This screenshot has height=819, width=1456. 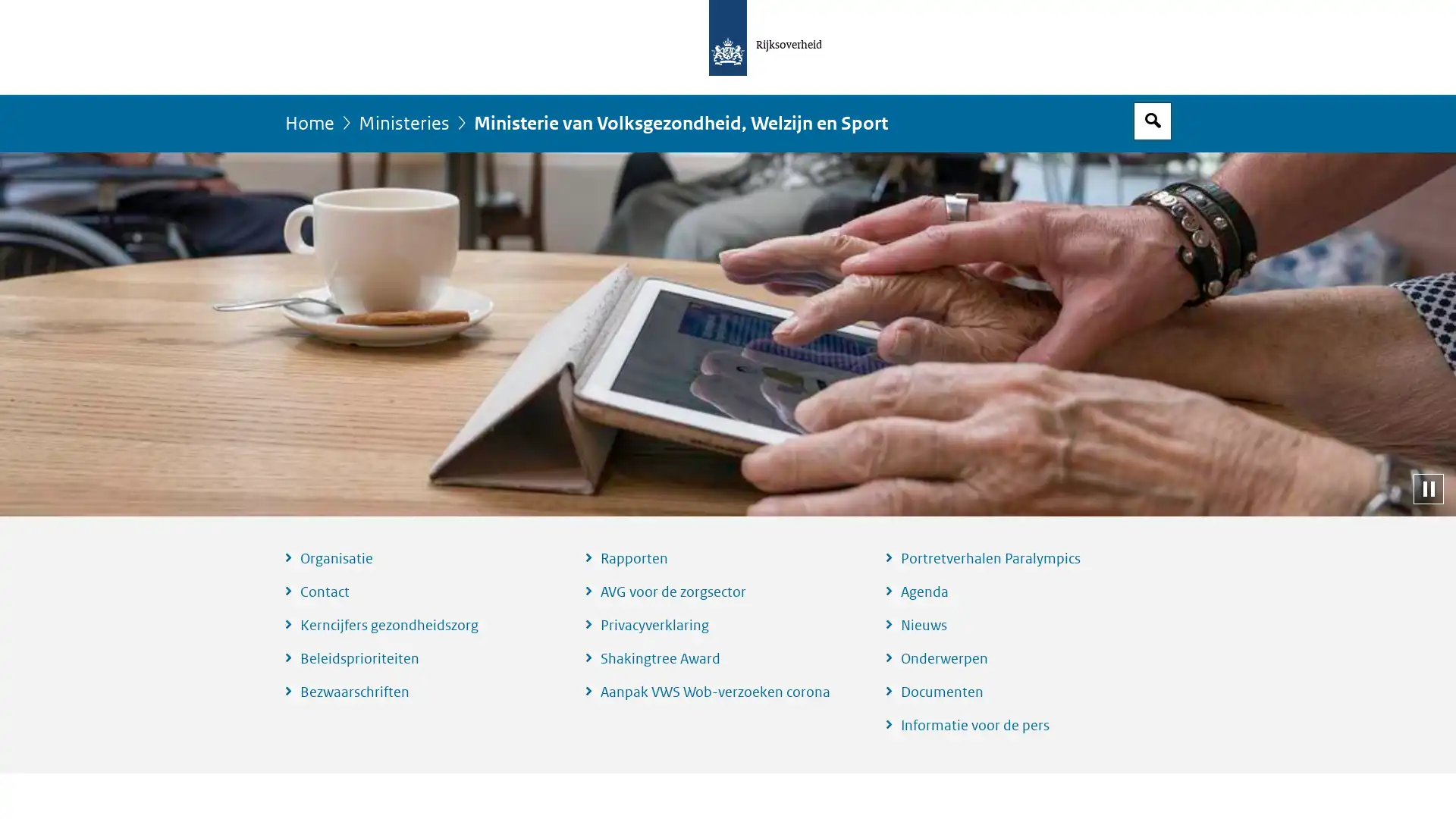 What do you see at coordinates (1427, 488) in the screenshot?
I see `Pauzeer diashow` at bounding box center [1427, 488].